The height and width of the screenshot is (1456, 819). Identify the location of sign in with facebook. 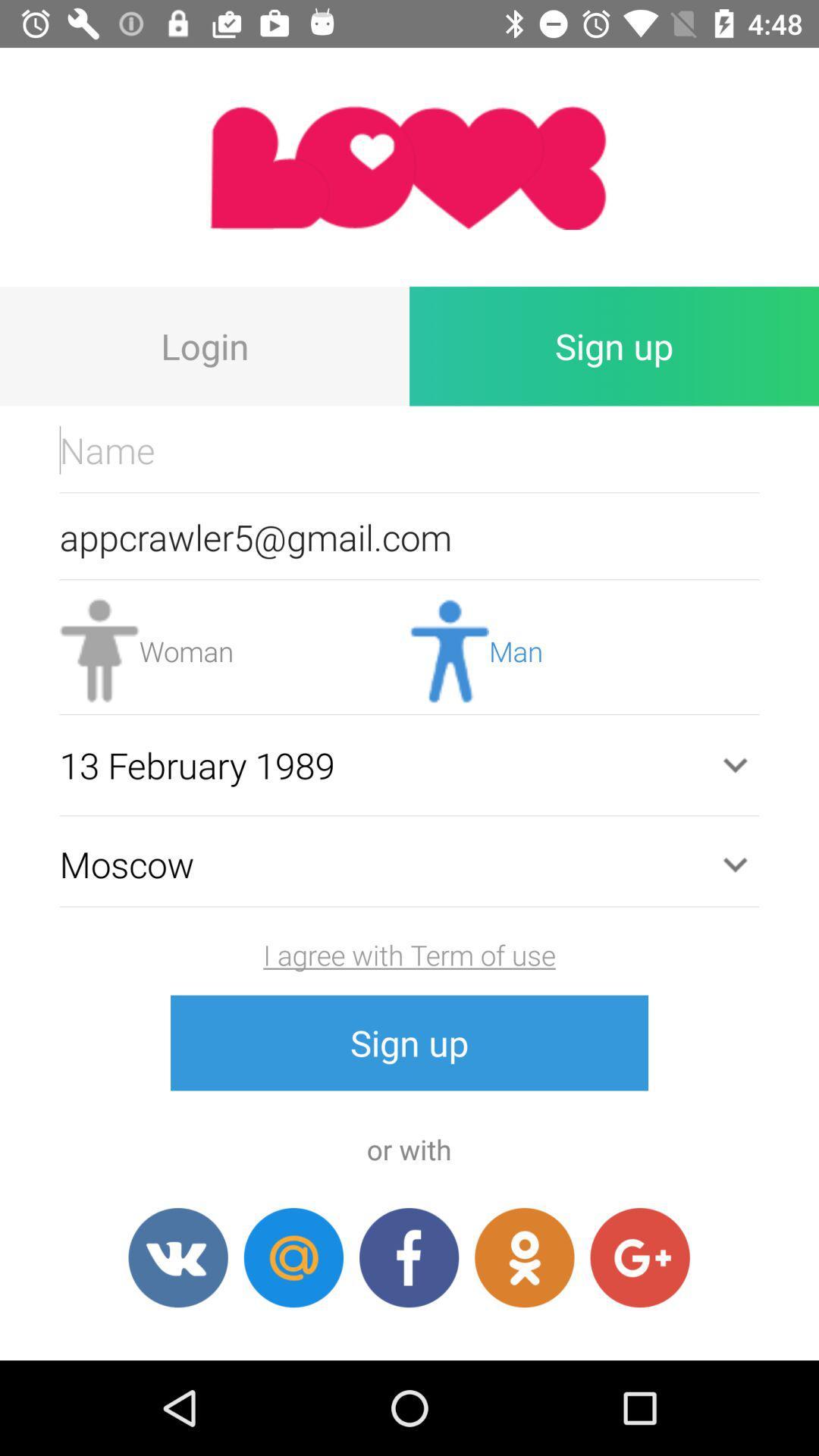
(408, 1257).